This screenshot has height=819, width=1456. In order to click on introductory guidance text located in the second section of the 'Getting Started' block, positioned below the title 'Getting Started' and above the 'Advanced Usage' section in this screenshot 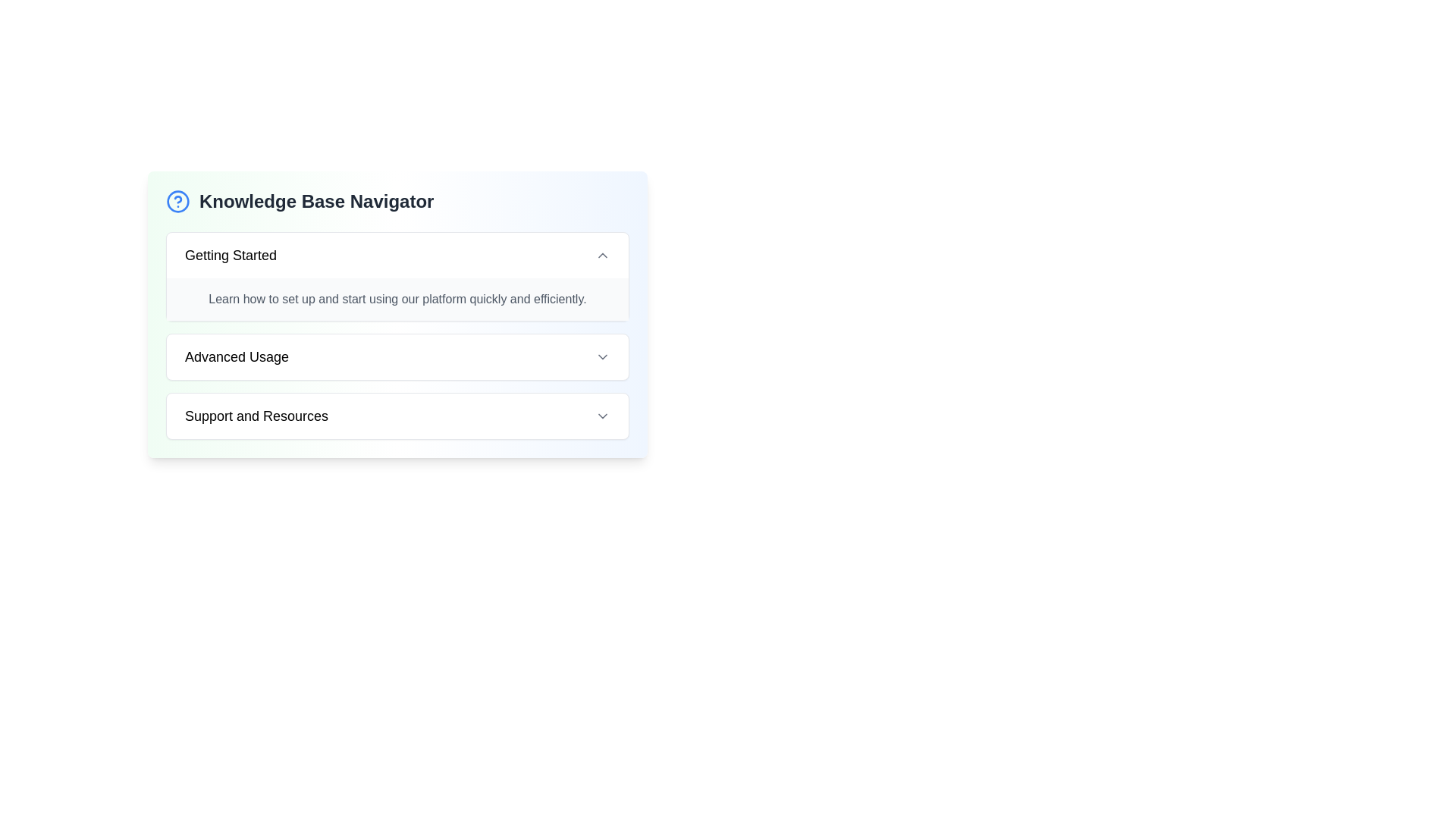, I will do `click(397, 299)`.